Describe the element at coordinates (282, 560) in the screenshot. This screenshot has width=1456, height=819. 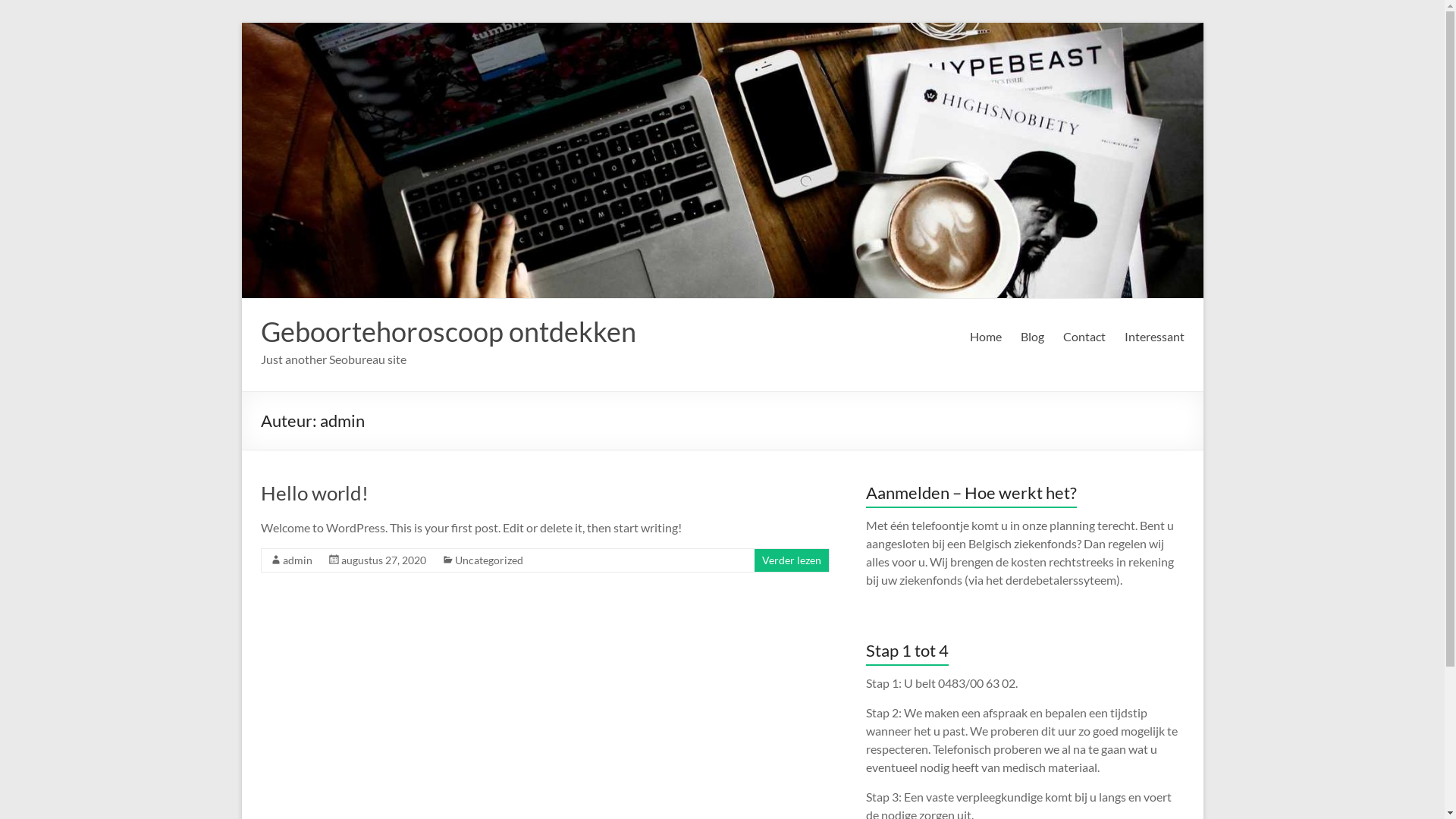
I see `'admin'` at that location.